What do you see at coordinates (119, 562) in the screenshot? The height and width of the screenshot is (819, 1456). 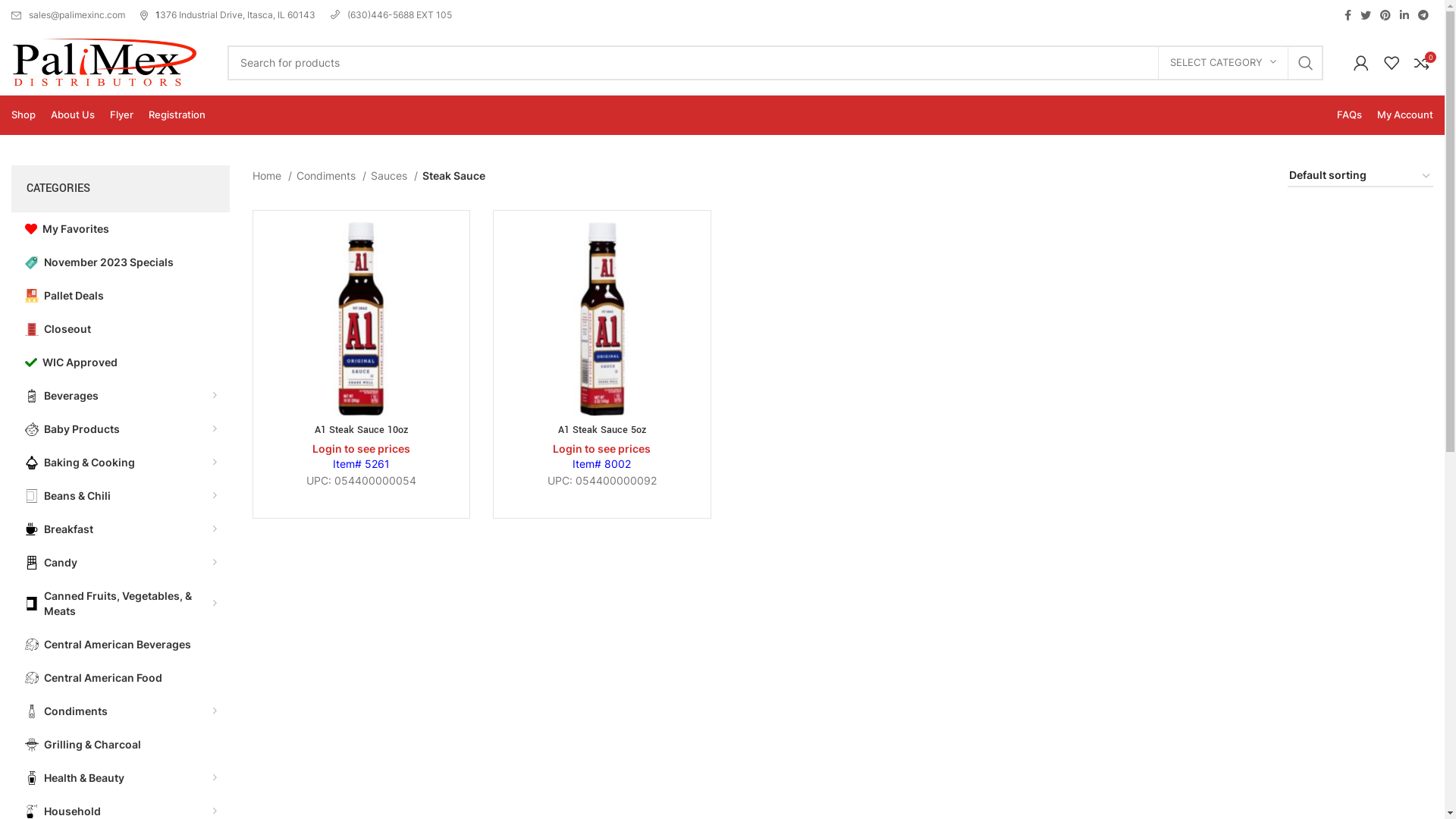 I see `'Candy'` at bounding box center [119, 562].